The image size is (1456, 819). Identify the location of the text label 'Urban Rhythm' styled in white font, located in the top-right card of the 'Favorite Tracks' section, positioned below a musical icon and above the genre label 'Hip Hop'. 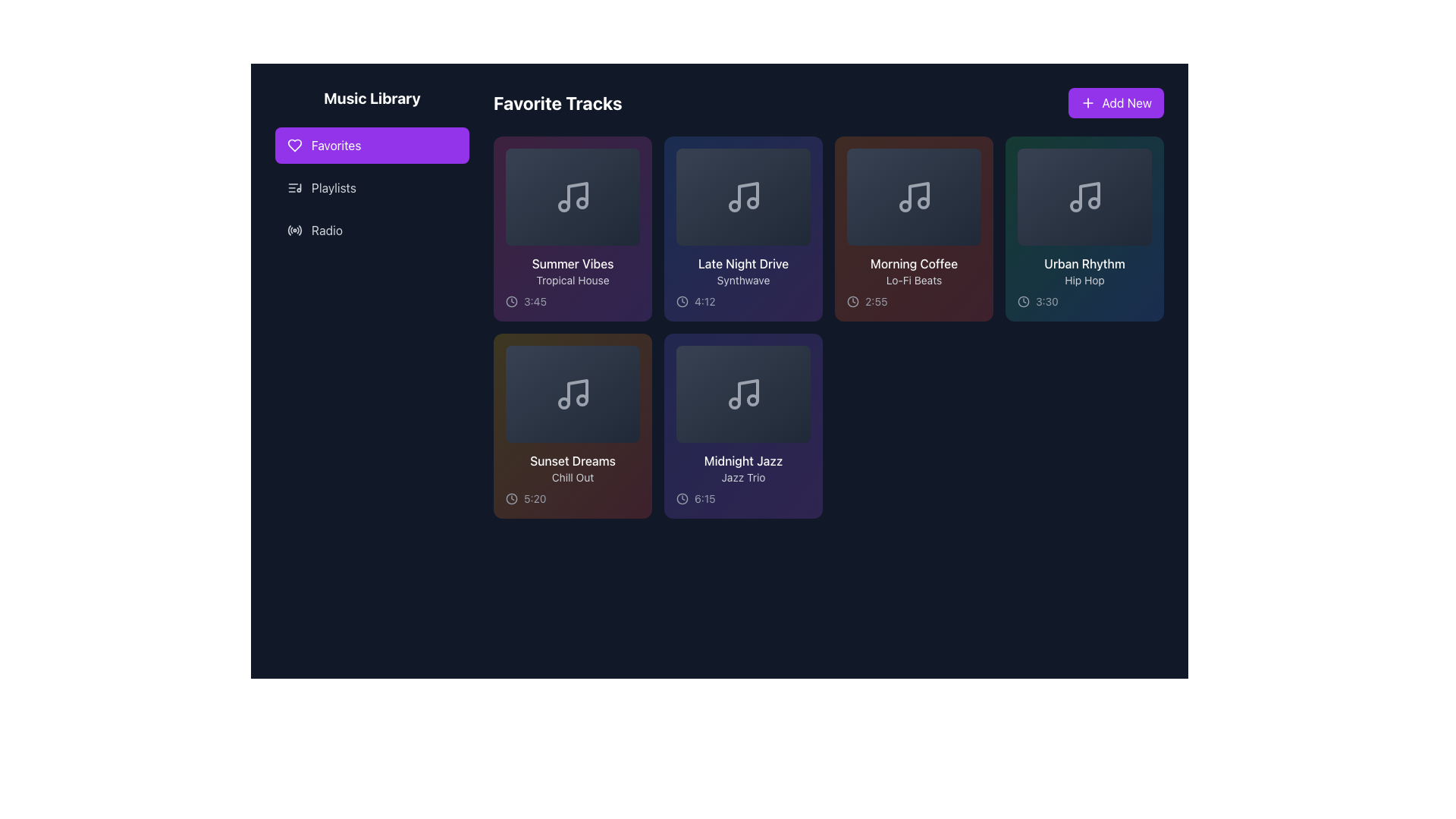
(1084, 262).